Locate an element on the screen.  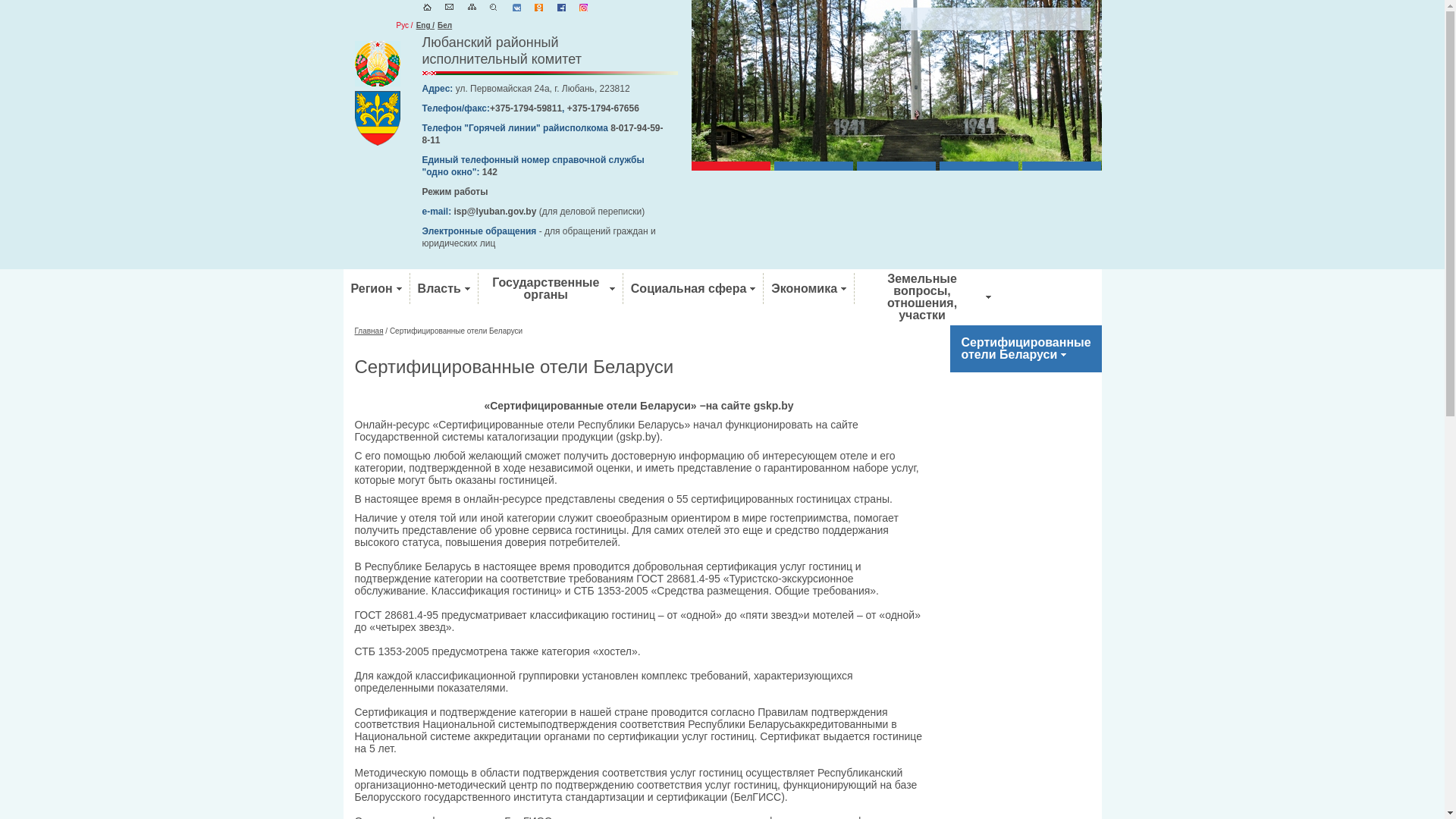
'142' is located at coordinates (490, 171).